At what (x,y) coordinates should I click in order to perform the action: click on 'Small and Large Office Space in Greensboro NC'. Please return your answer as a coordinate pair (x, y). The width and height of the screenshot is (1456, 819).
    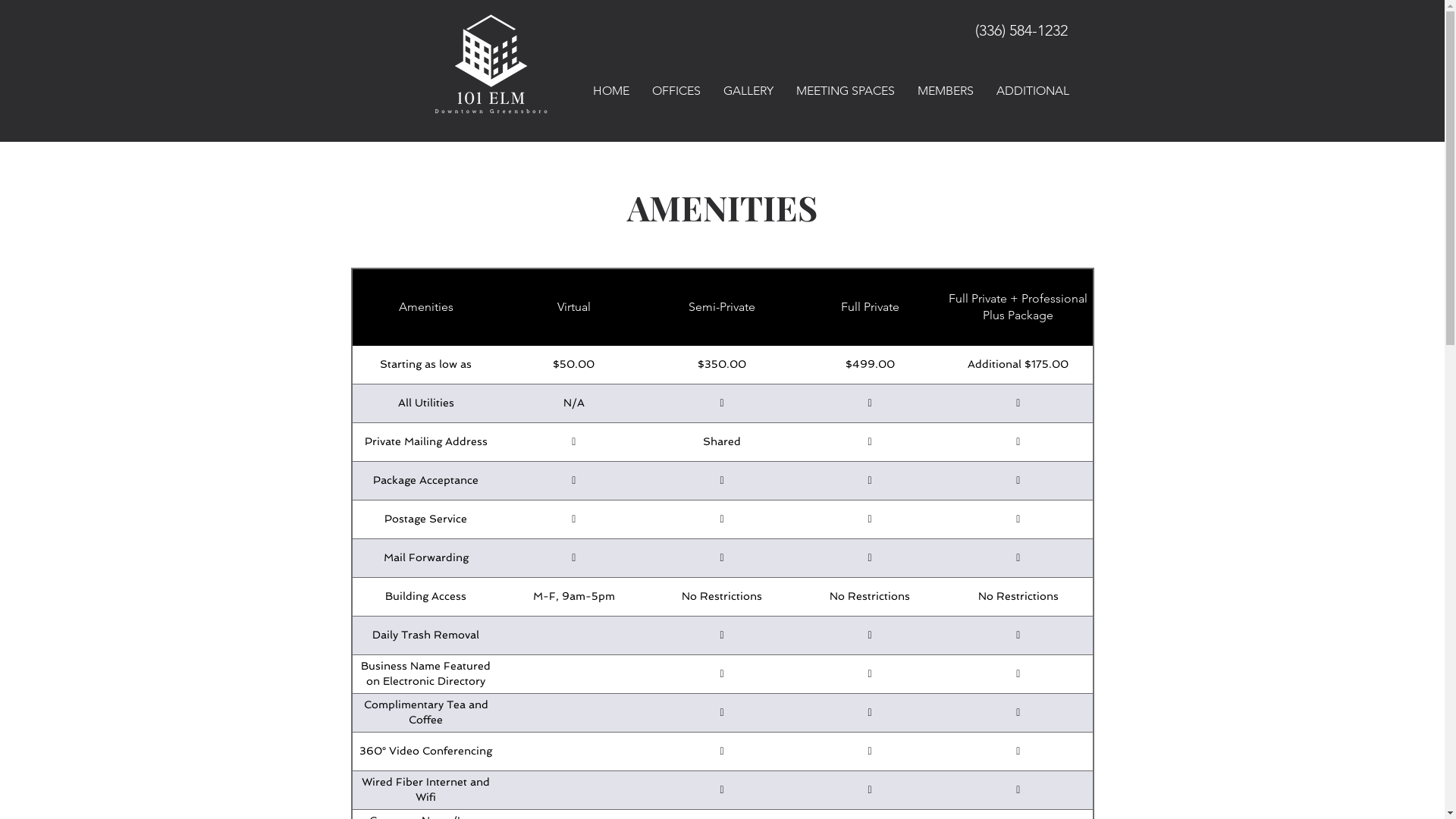
    Looking at the image, I should click on (491, 63).